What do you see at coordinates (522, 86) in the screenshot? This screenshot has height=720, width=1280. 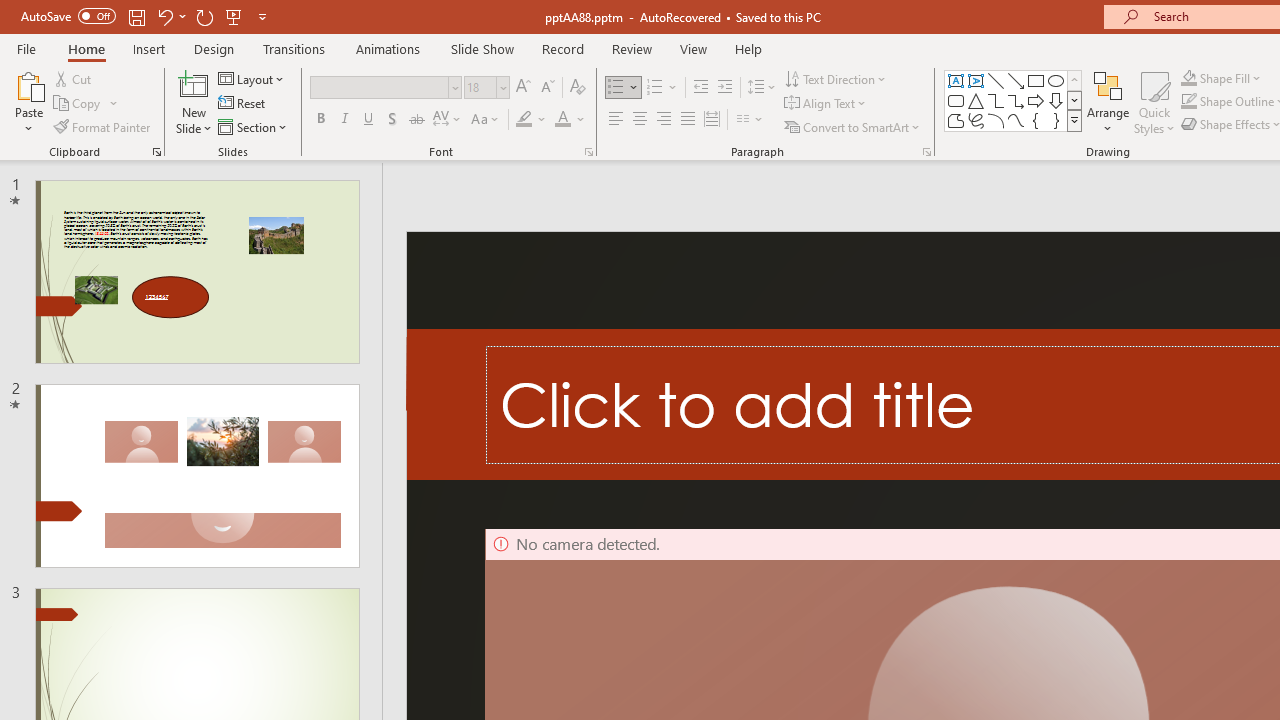 I see `'Increase Font Size'` at bounding box center [522, 86].